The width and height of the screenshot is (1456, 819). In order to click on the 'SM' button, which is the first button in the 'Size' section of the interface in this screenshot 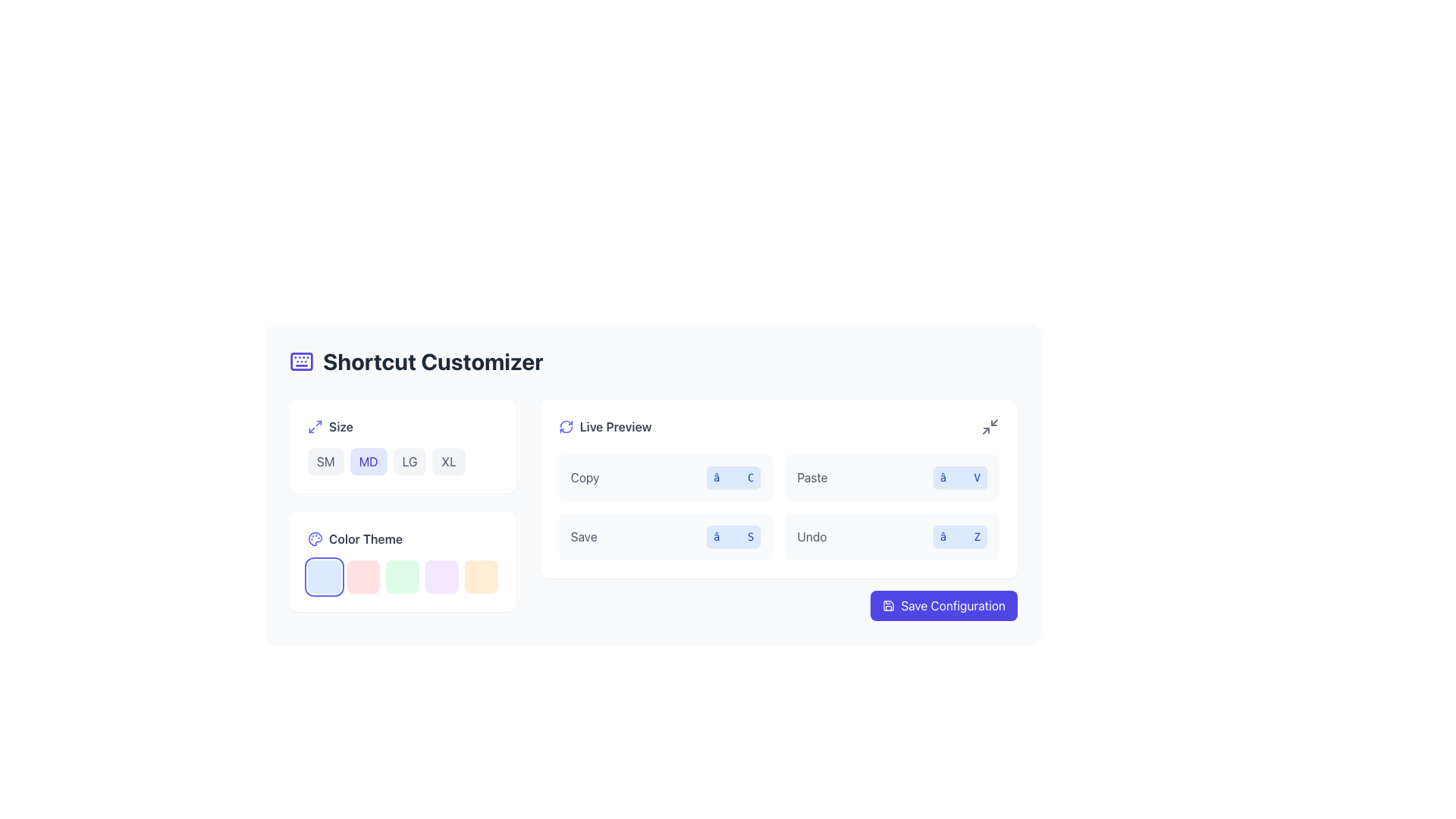, I will do `click(325, 461)`.